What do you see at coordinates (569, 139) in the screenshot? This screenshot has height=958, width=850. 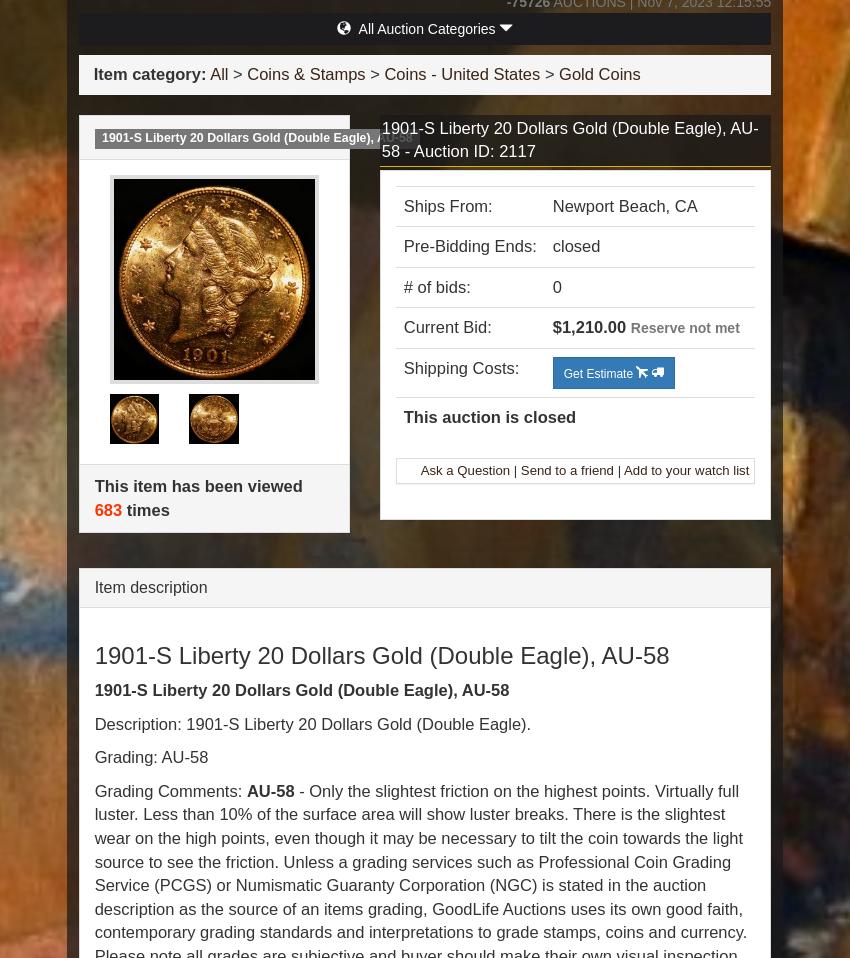 I see `'1901-S Liberty 20 Dollars Gold (Double Eagle), AU-58 - Auction ID: 2117'` at bounding box center [569, 139].